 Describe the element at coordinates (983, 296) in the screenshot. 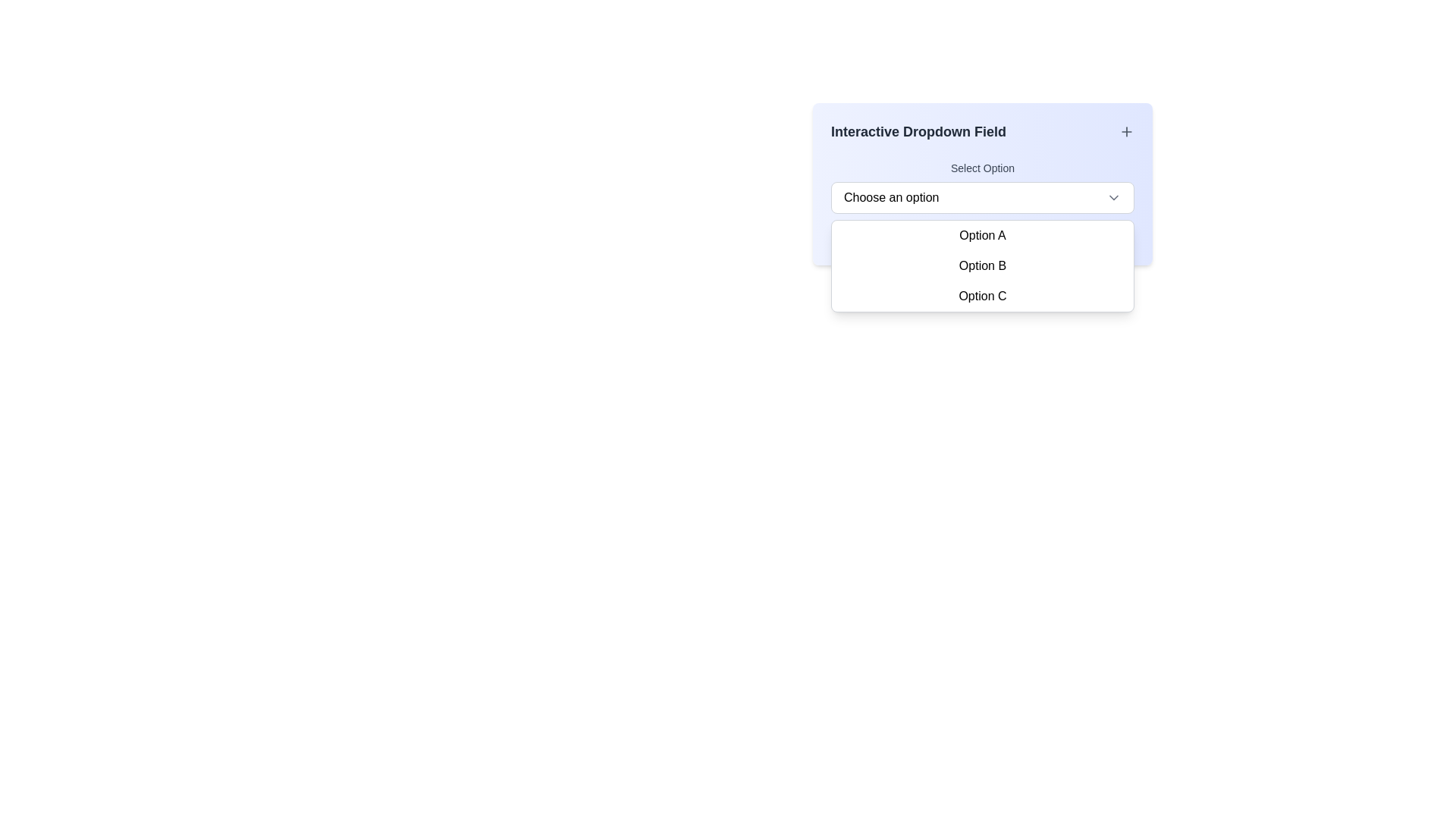

I see `the third option labeled 'Option C' in the dropdown menu` at that location.